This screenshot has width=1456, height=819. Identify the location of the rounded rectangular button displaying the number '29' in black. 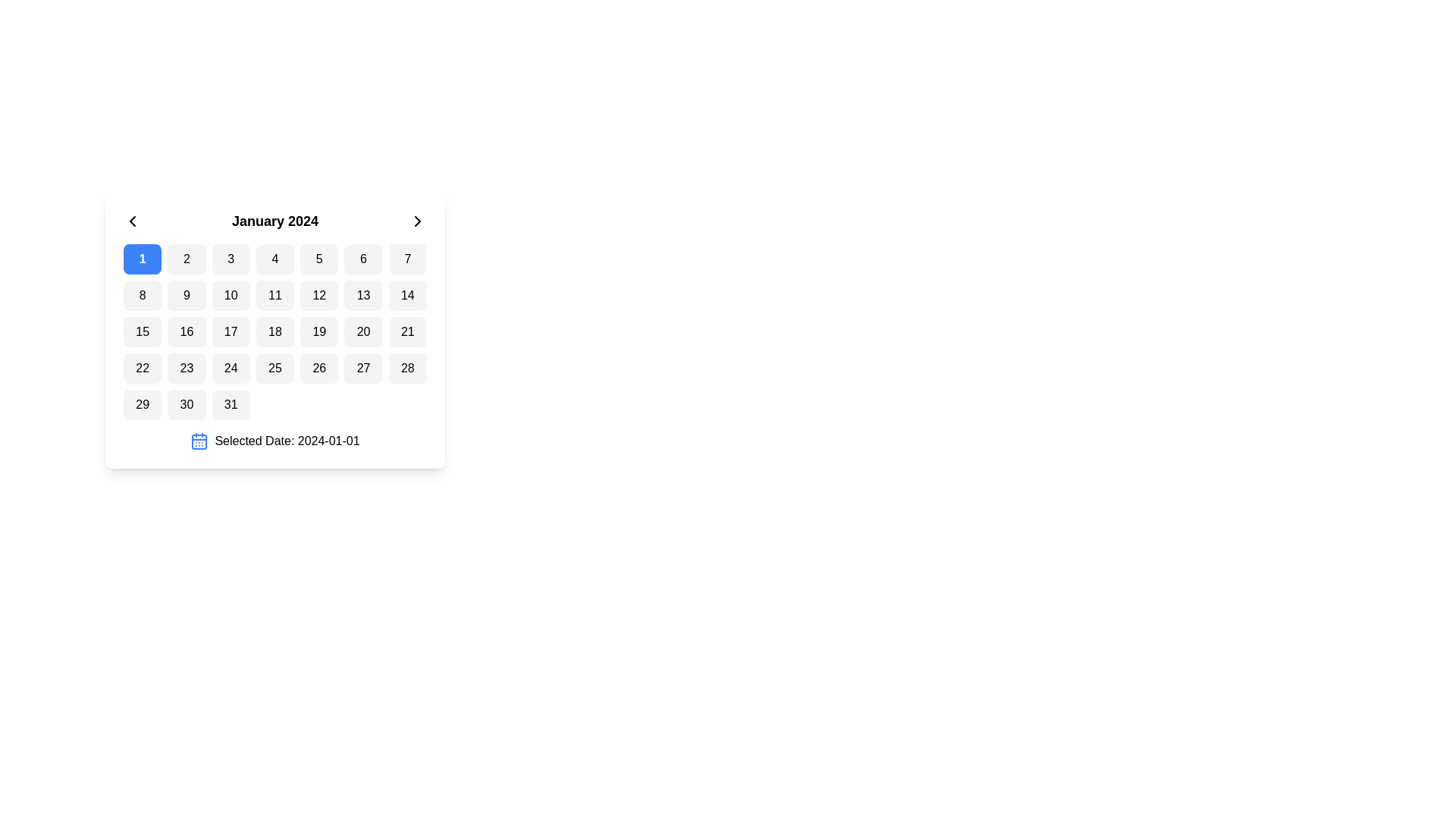
(143, 403).